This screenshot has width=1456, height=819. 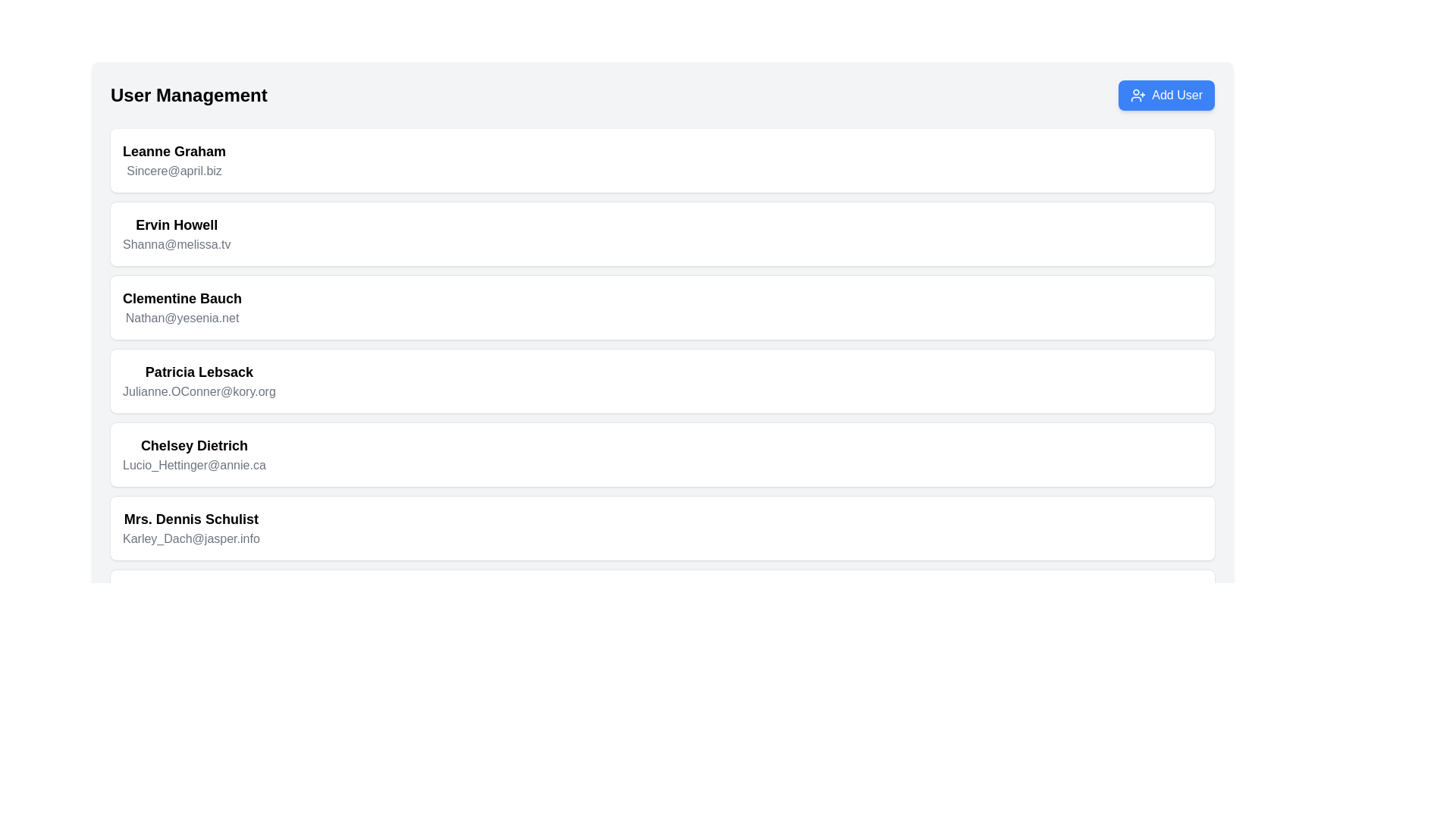 What do you see at coordinates (198, 372) in the screenshot?
I see `the text label displaying 'Patricia Lebsack', which is styled in a larger font and bold, located in the third row of the user management list, above the email 'Julianne.OConner@kory.org' and below 'Clementine Bauch'` at bounding box center [198, 372].